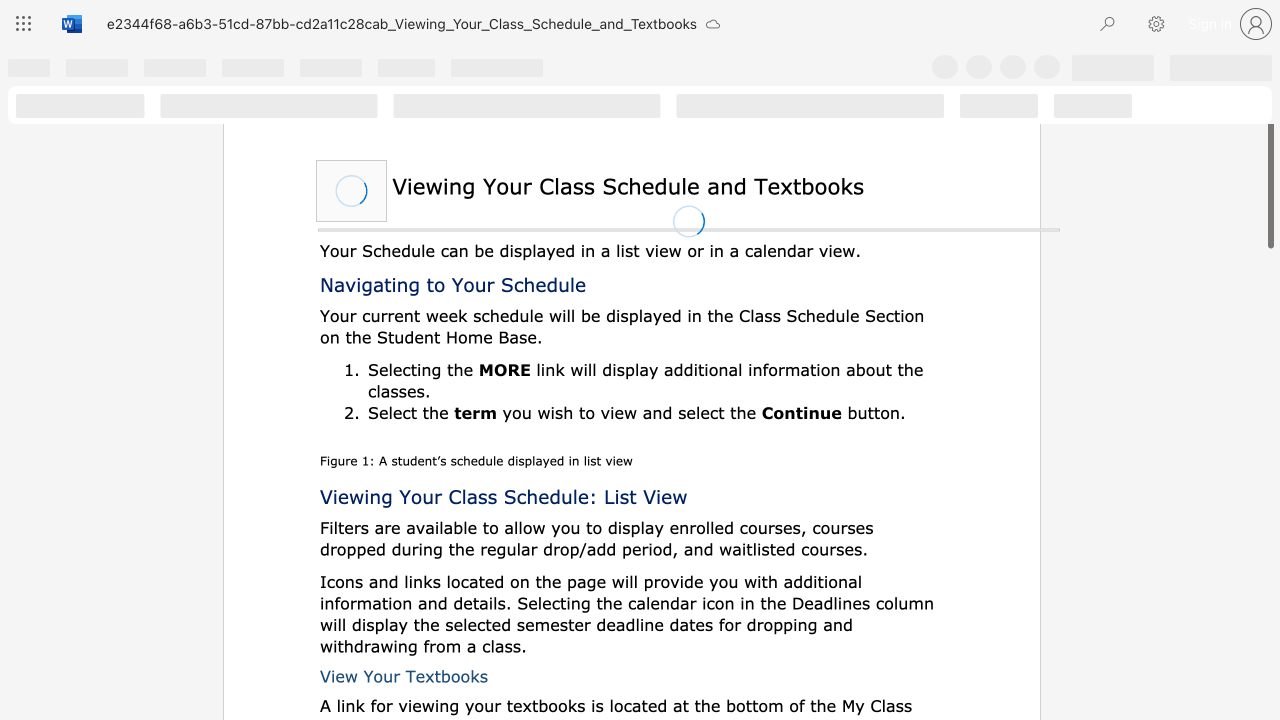  Describe the element at coordinates (1269, 560) in the screenshot. I see `the scrollbar on the right side to scroll the page down` at that location.